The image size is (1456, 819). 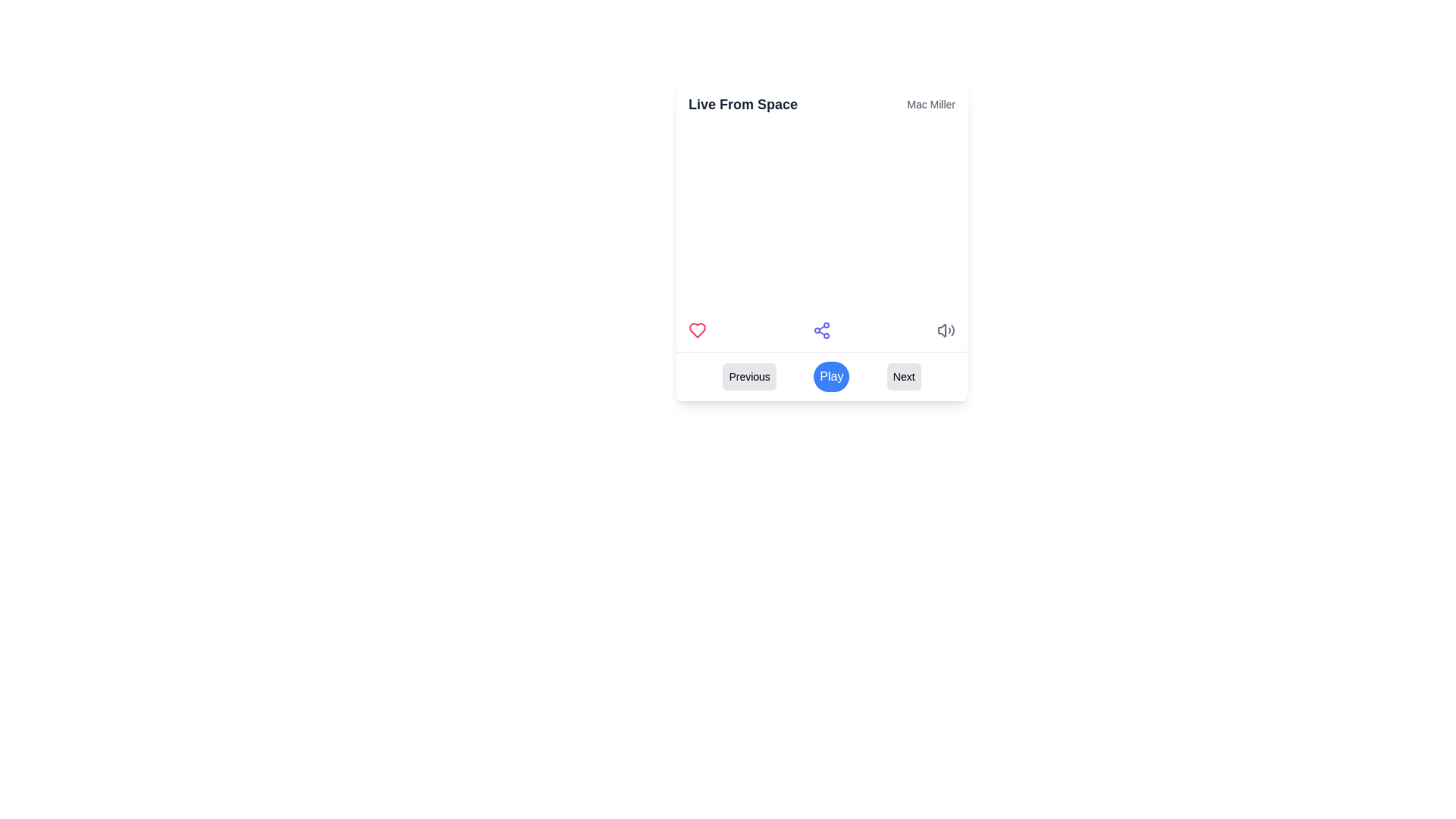 I want to click on the circular blue 'Play' button with white text, located in the middle of the button group at the bottom of the interface, so click(x=830, y=376).